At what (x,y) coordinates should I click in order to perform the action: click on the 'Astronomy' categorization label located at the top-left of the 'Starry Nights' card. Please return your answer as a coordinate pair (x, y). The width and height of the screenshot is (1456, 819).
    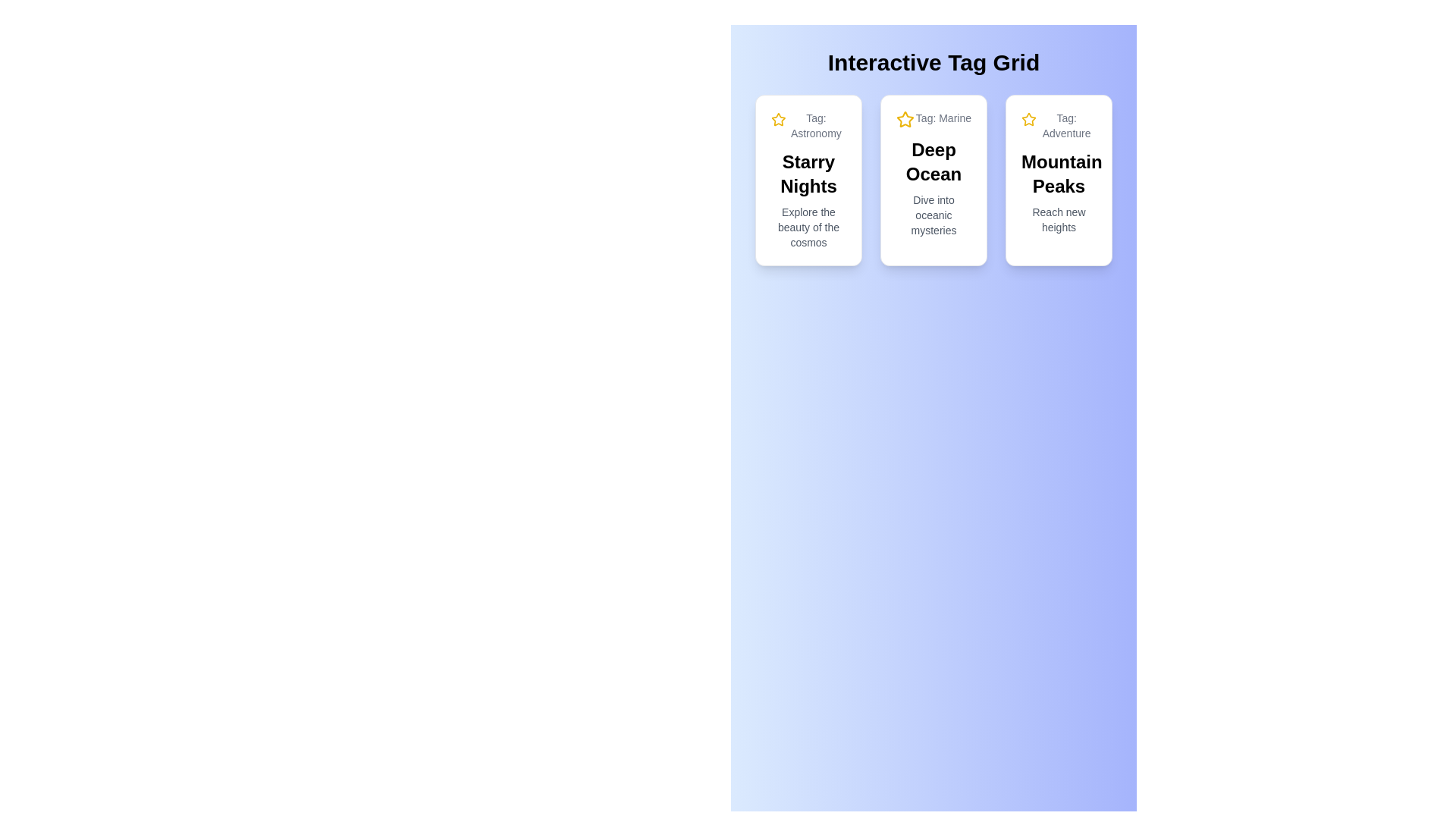
    Looking at the image, I should click on (808, 124).